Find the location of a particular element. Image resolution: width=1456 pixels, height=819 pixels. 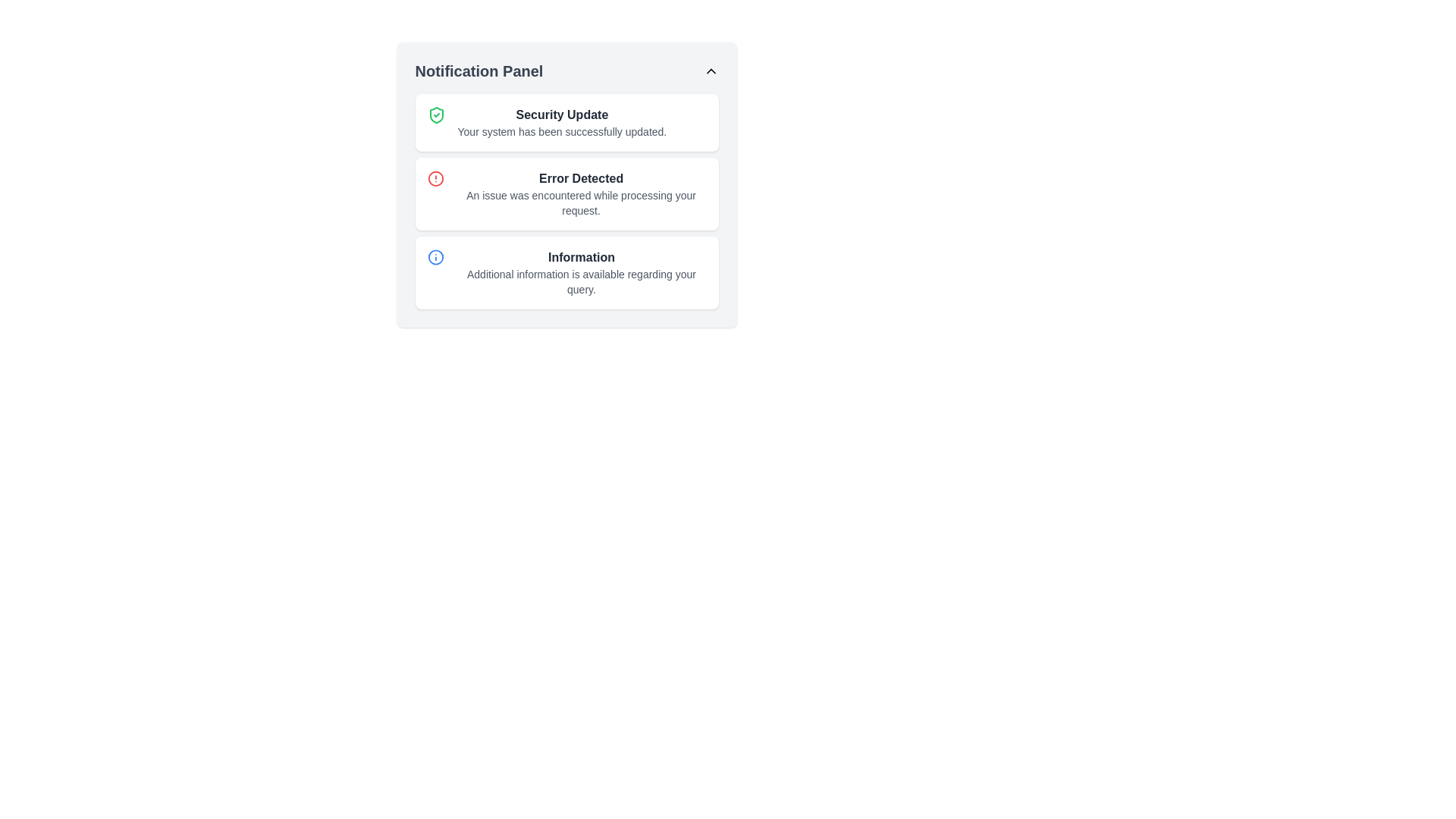

the 'Security Update' informational block, which is styled with bold title and regular description, located in the notification panel is located at coordinates (561, 122).